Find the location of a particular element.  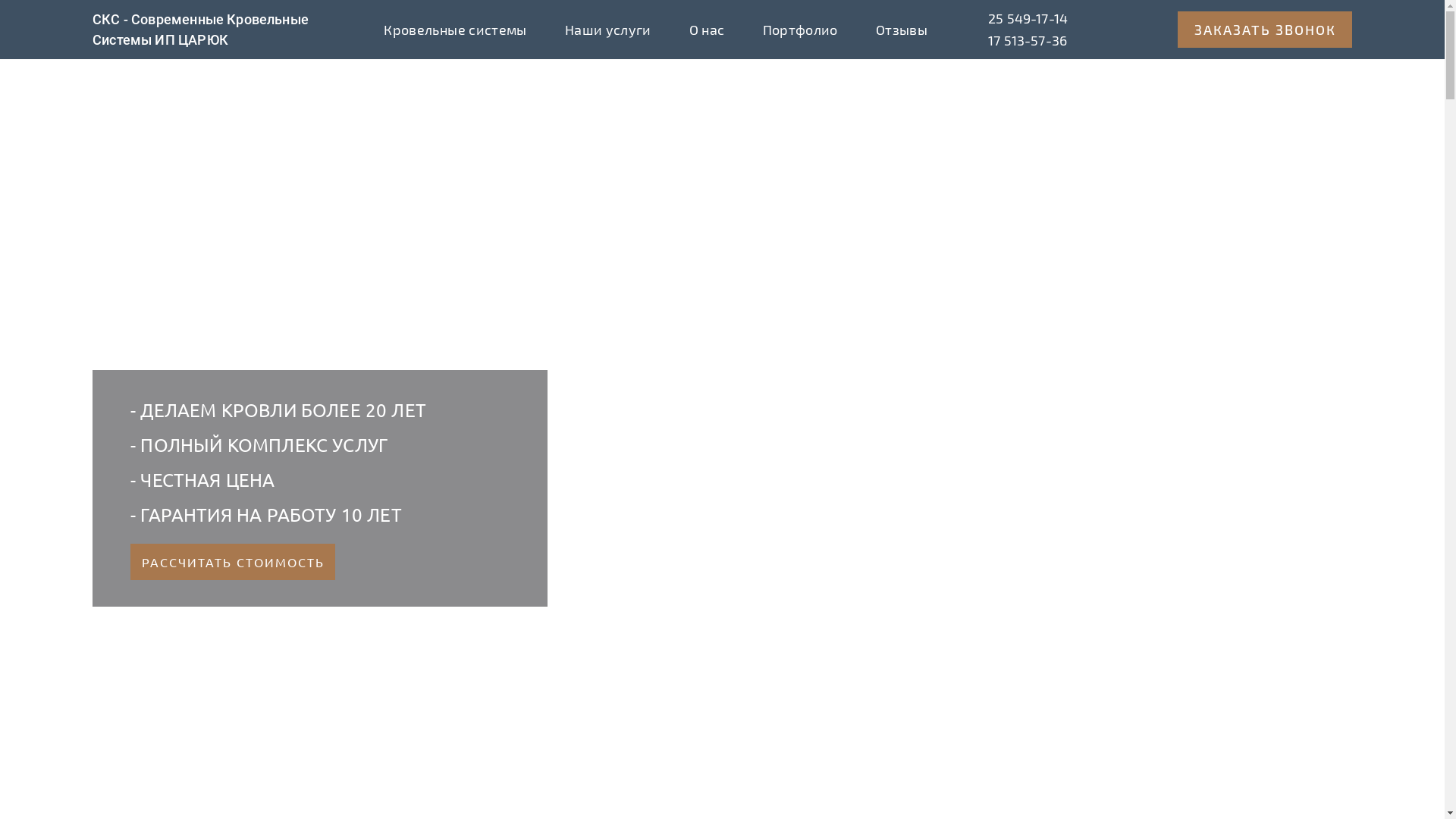

'17 513-57-36' is located at coordinates (1027, 40).